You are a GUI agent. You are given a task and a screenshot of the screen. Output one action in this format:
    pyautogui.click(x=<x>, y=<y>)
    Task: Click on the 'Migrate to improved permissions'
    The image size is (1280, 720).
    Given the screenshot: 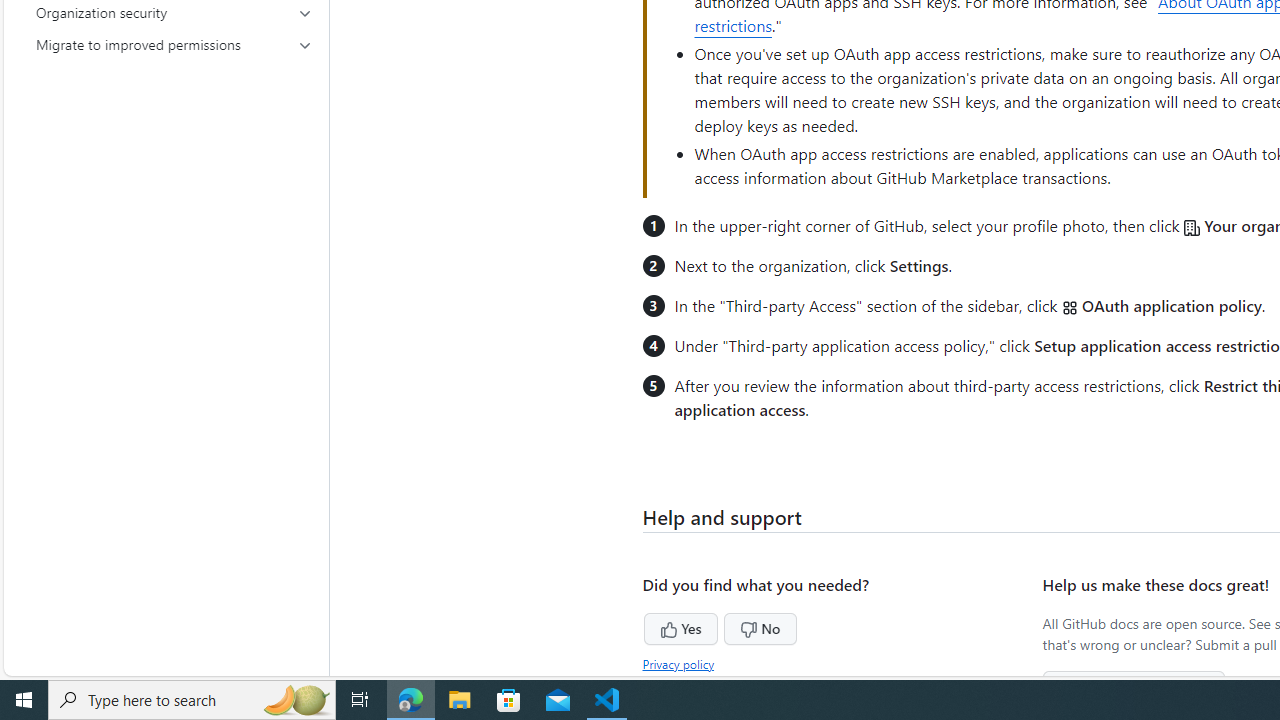 What is the action you would take?
    pyautogui.click(x=174, y=45)
    